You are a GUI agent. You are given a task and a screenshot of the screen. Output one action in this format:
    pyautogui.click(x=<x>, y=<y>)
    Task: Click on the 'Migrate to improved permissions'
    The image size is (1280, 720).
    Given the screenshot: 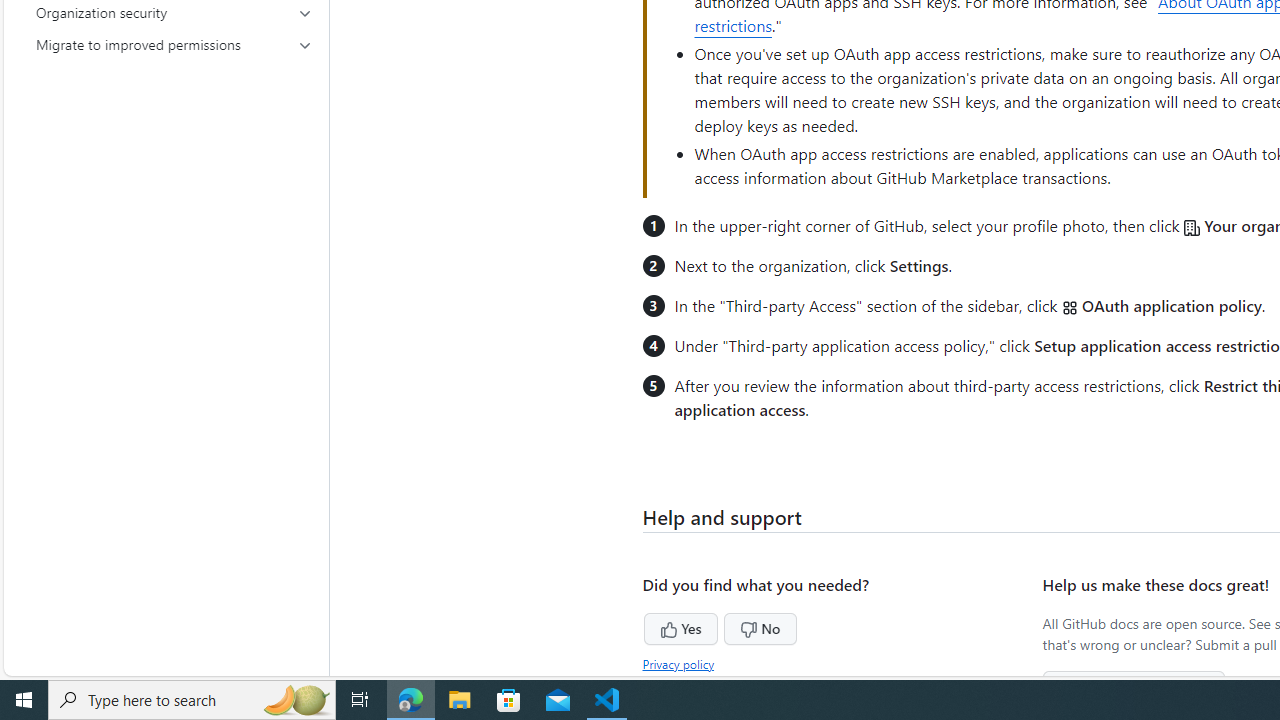 What is the action you would take?
    pyautogui.click(x=174, y=45)
    